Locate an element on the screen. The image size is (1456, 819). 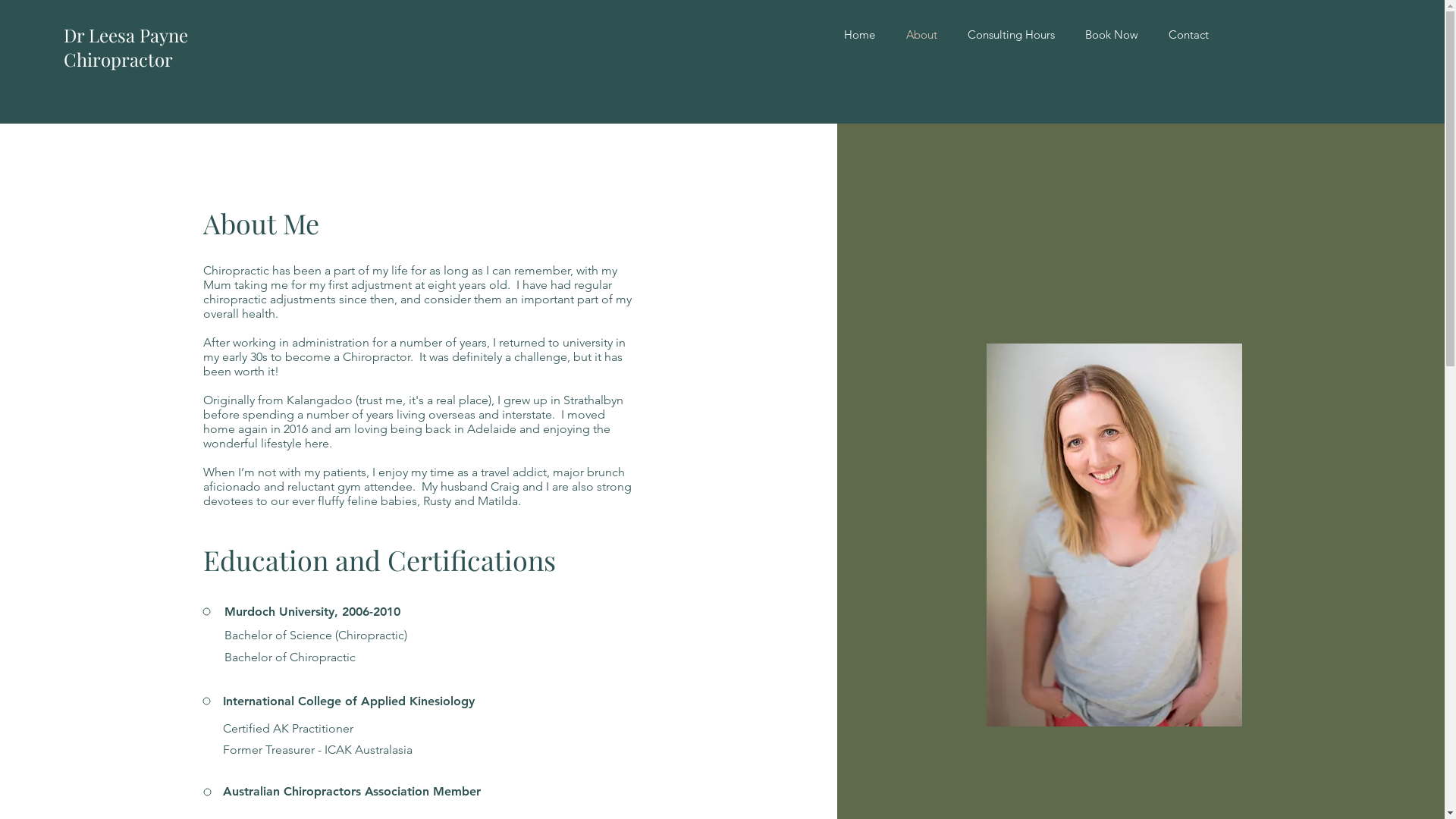
'Home' is located at coordinates (858, 34).